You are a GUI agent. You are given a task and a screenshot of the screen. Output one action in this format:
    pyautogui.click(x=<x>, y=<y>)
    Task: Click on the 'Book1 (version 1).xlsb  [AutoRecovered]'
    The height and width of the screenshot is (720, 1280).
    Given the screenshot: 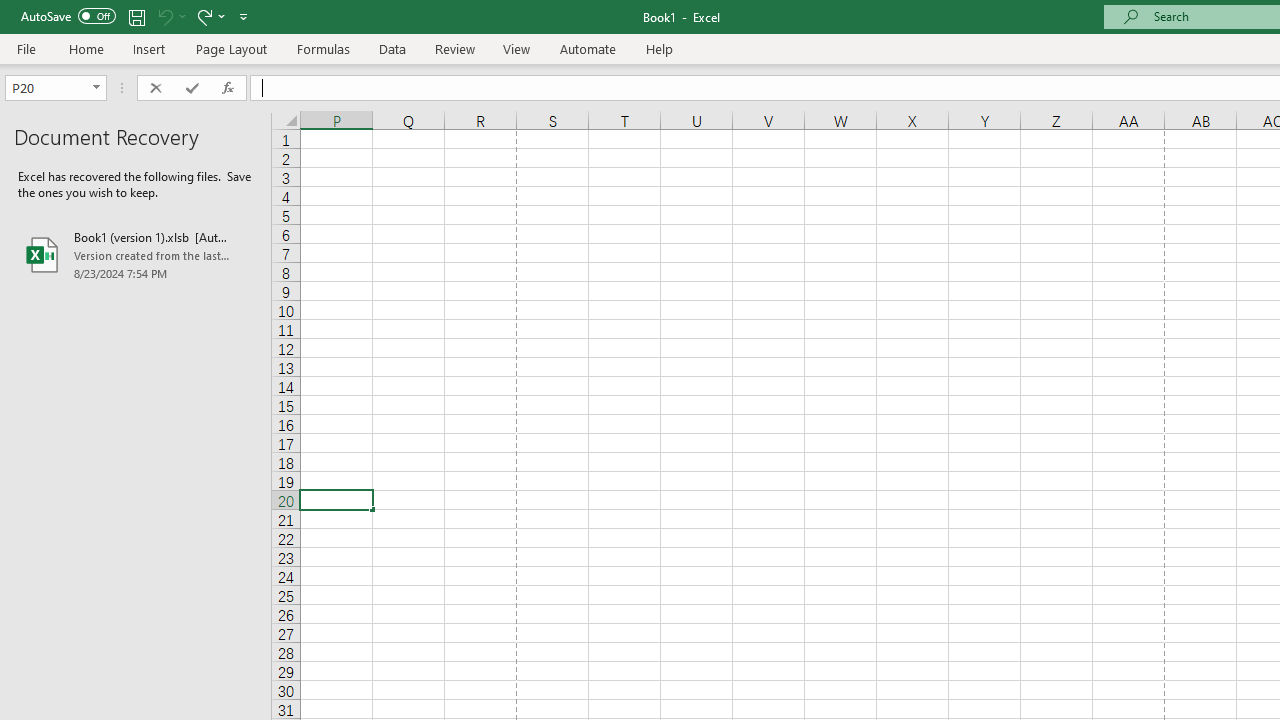 What is the action you would take?
    pyautogui.click(x=135, y=253)
    